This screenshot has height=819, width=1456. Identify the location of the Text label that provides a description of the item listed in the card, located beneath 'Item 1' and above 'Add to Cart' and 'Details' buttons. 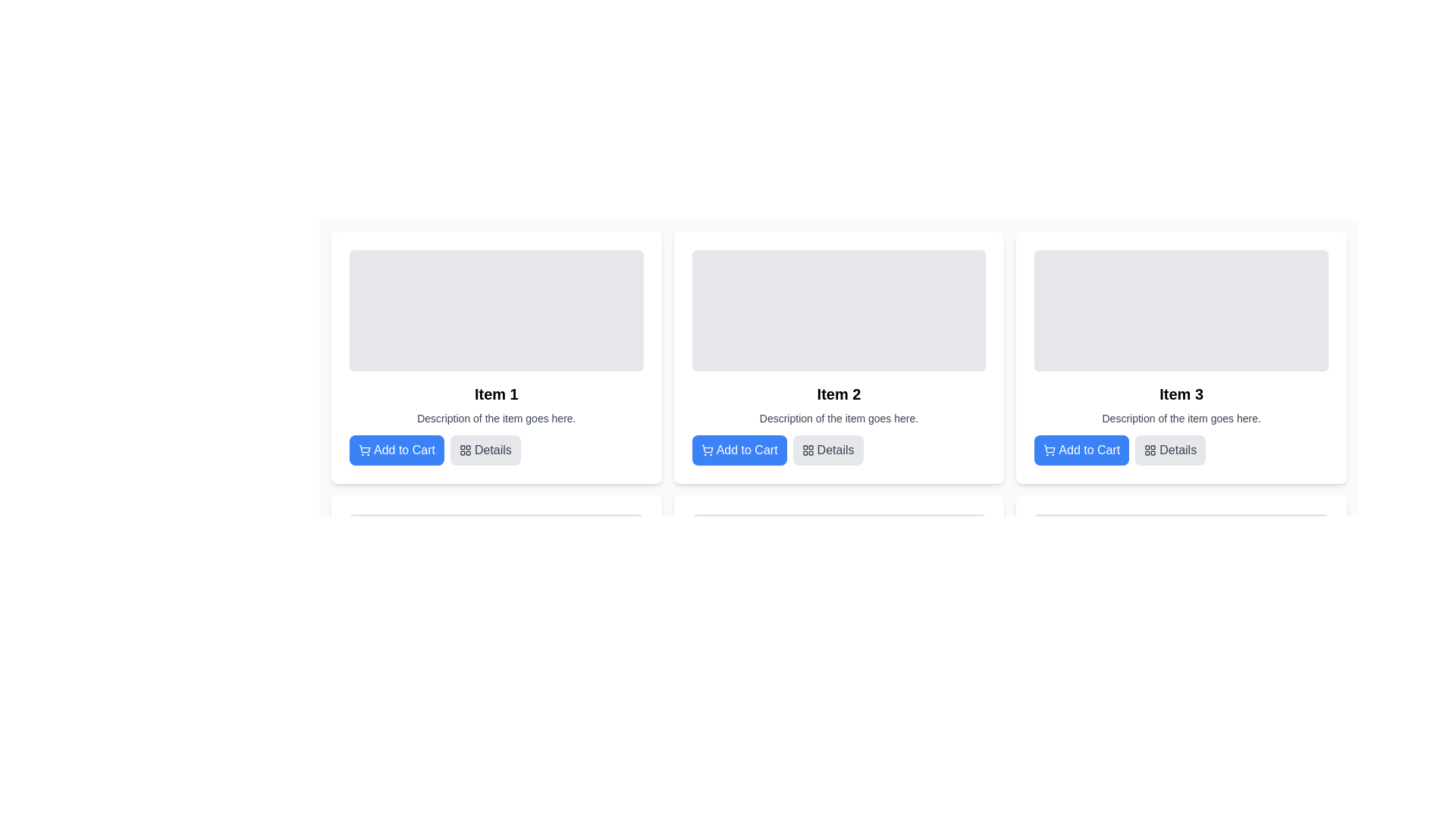
(496, 418).